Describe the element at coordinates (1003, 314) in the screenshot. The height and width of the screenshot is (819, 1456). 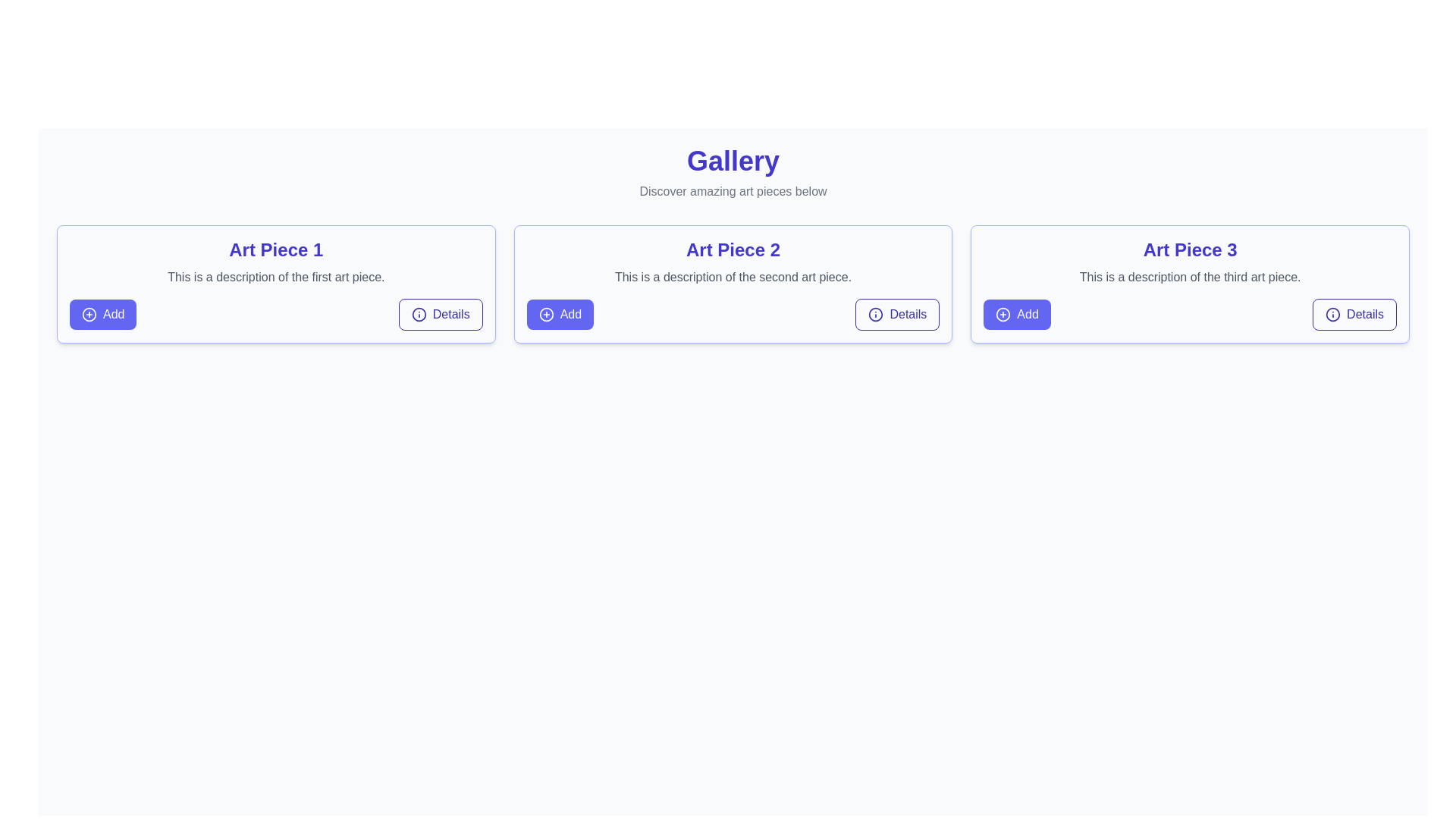
I see `the circular icon with a plus sign, styled with a purple stroke, located inside the 'Add' button to the left of the text 'Add' for the third art piece titled 'Art Piece 3'` at that location.